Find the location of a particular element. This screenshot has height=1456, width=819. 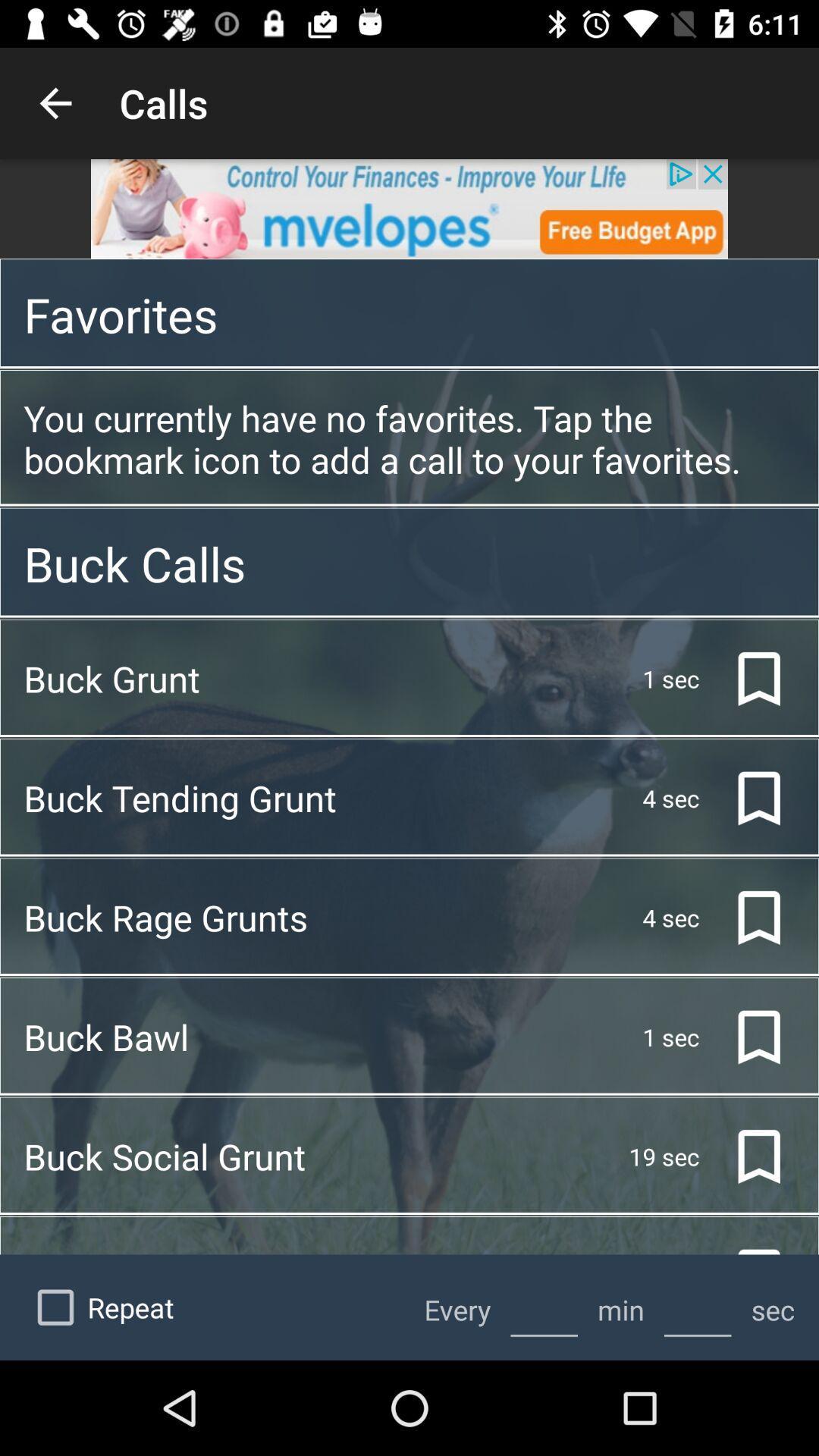

the bookmark icon is located at coordinates (746, 797).